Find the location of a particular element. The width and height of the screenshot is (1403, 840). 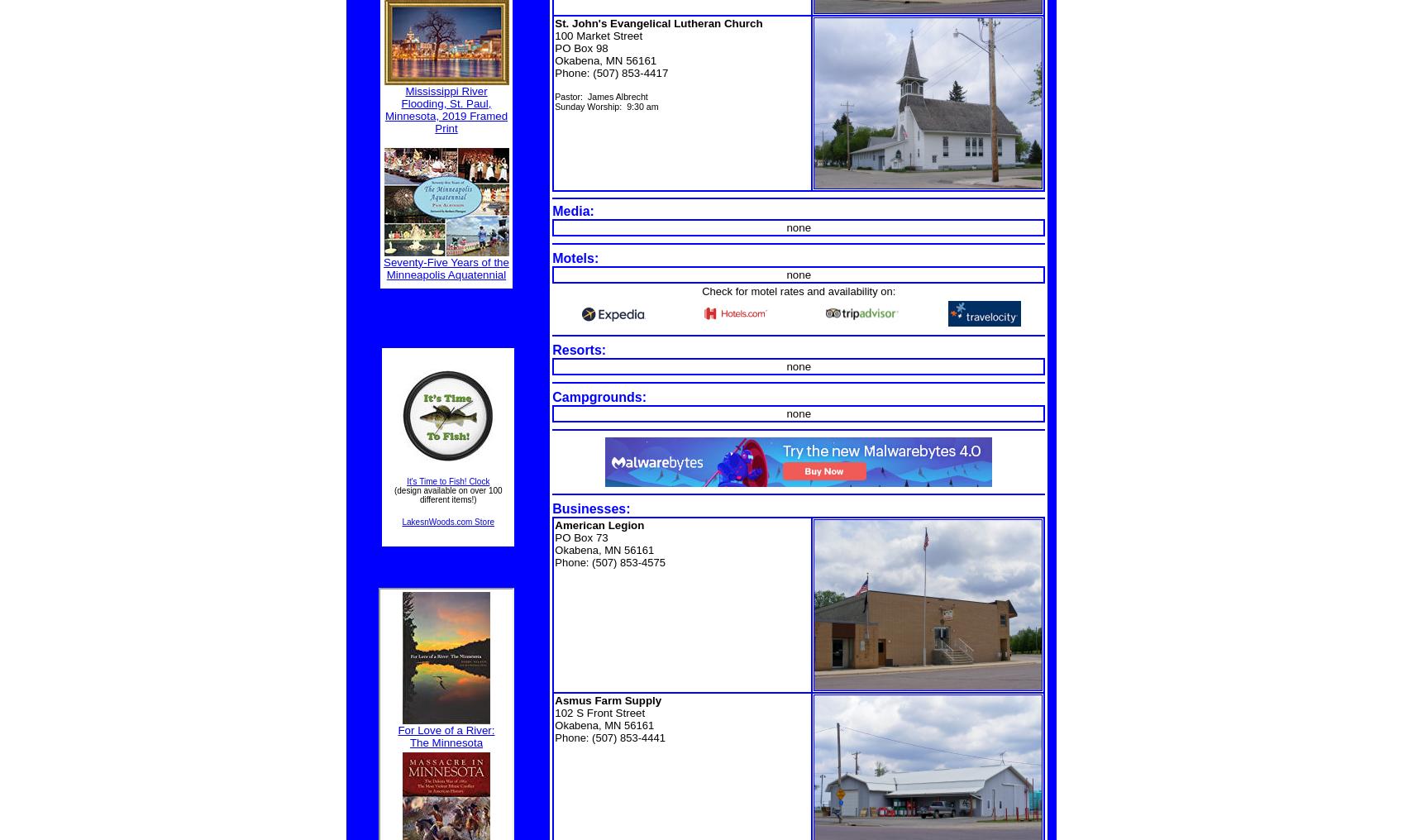

'American Legion' is located at coordinates (598, 525).